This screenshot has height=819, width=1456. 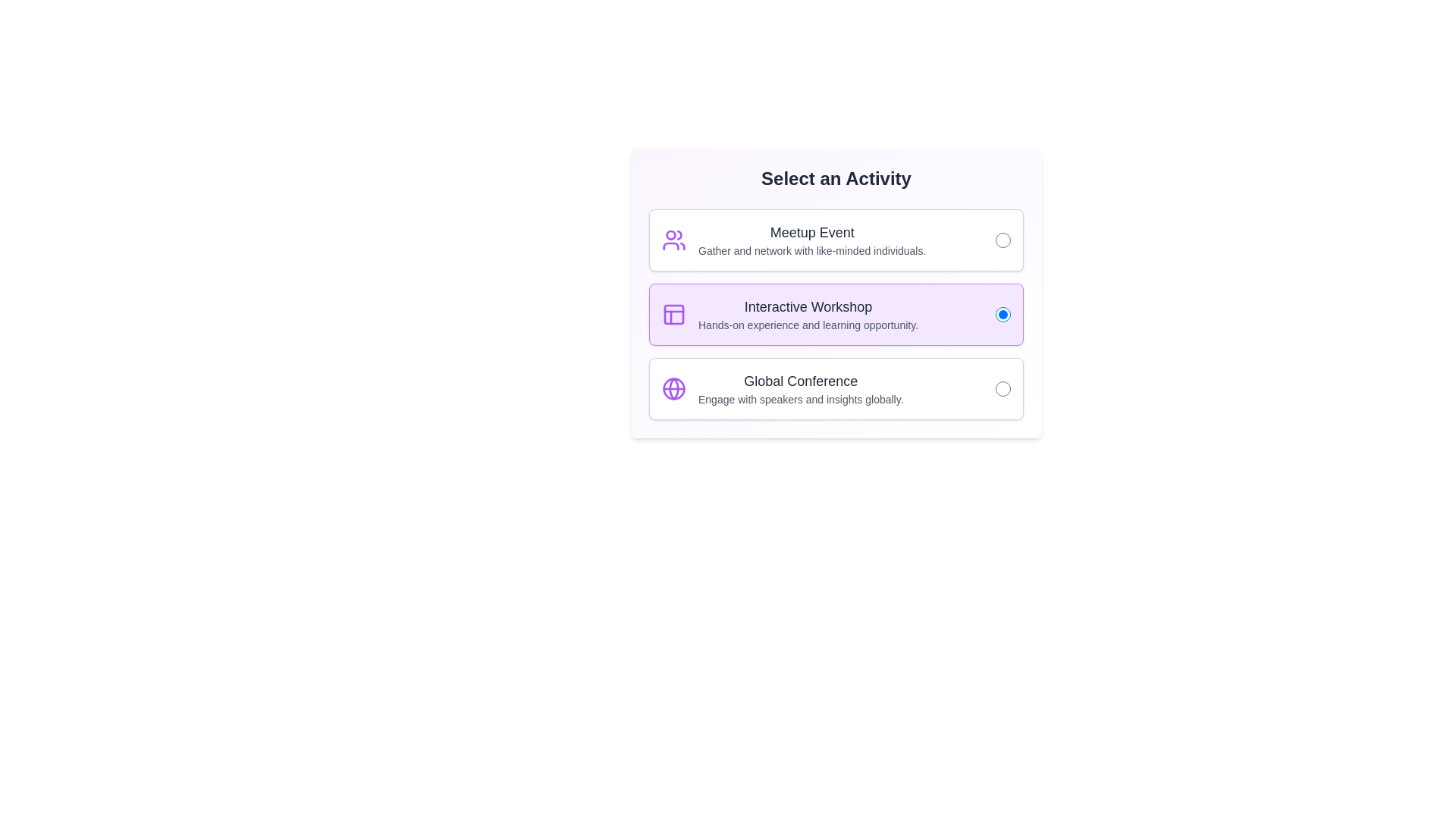 I want to click on the Circle (svg element) that represents the 'Global Conference' activity, located on the left side of the icon in the third option of the vertical list of activities, so click(x=673, y=388).